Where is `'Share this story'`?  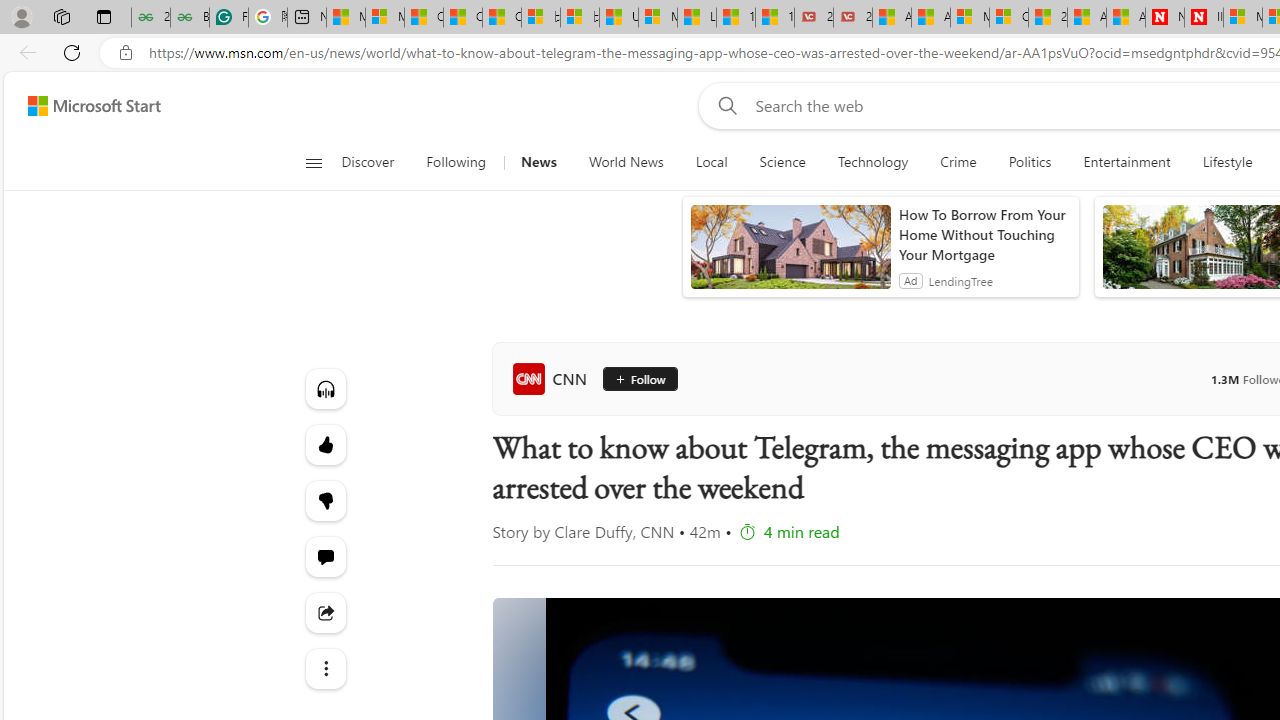
'Share this story' is located at coordinates (325, 612).